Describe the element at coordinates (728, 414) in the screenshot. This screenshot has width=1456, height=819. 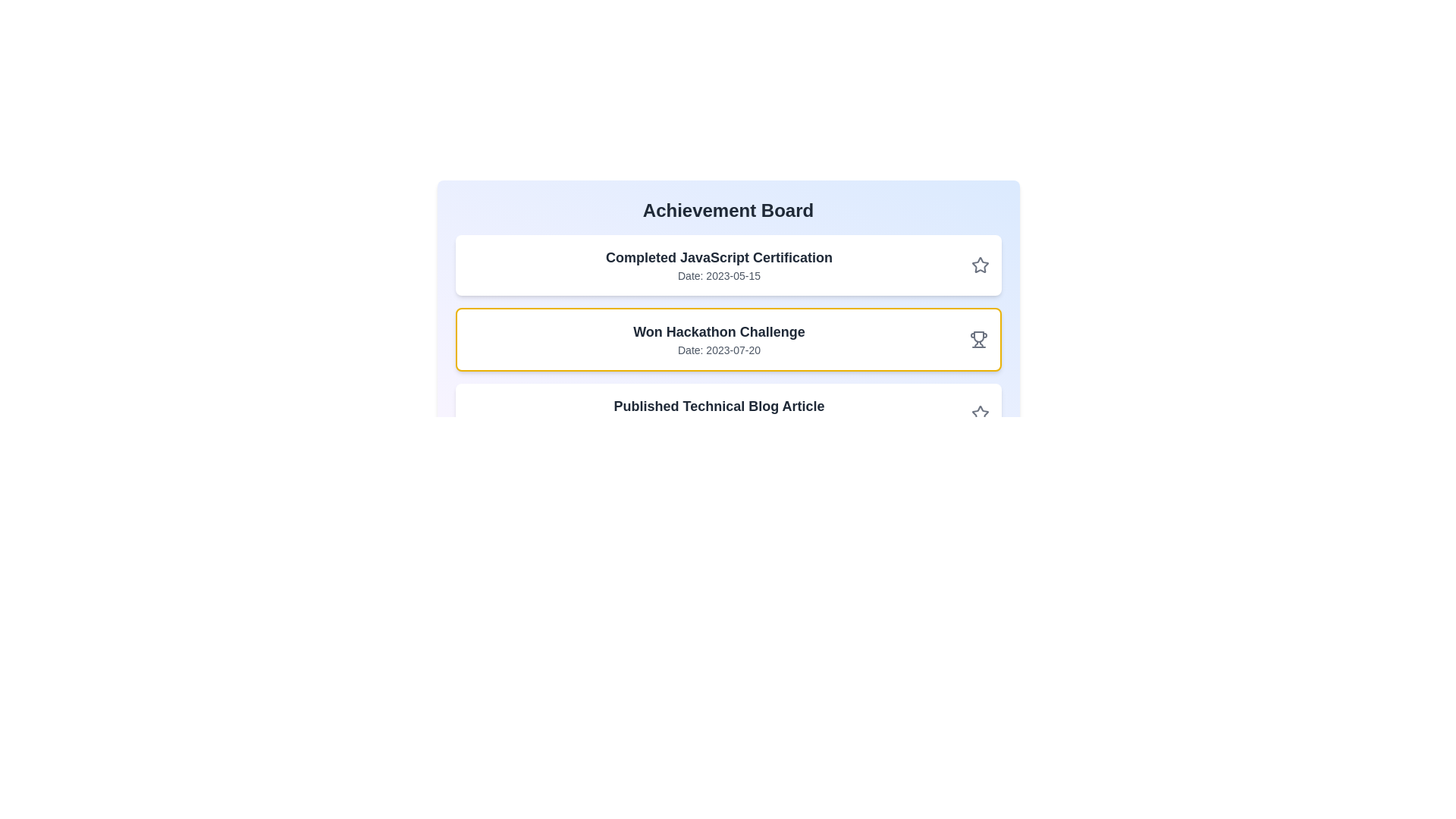
I see `the achievement card with title Published Technical Blog Article` at that location.